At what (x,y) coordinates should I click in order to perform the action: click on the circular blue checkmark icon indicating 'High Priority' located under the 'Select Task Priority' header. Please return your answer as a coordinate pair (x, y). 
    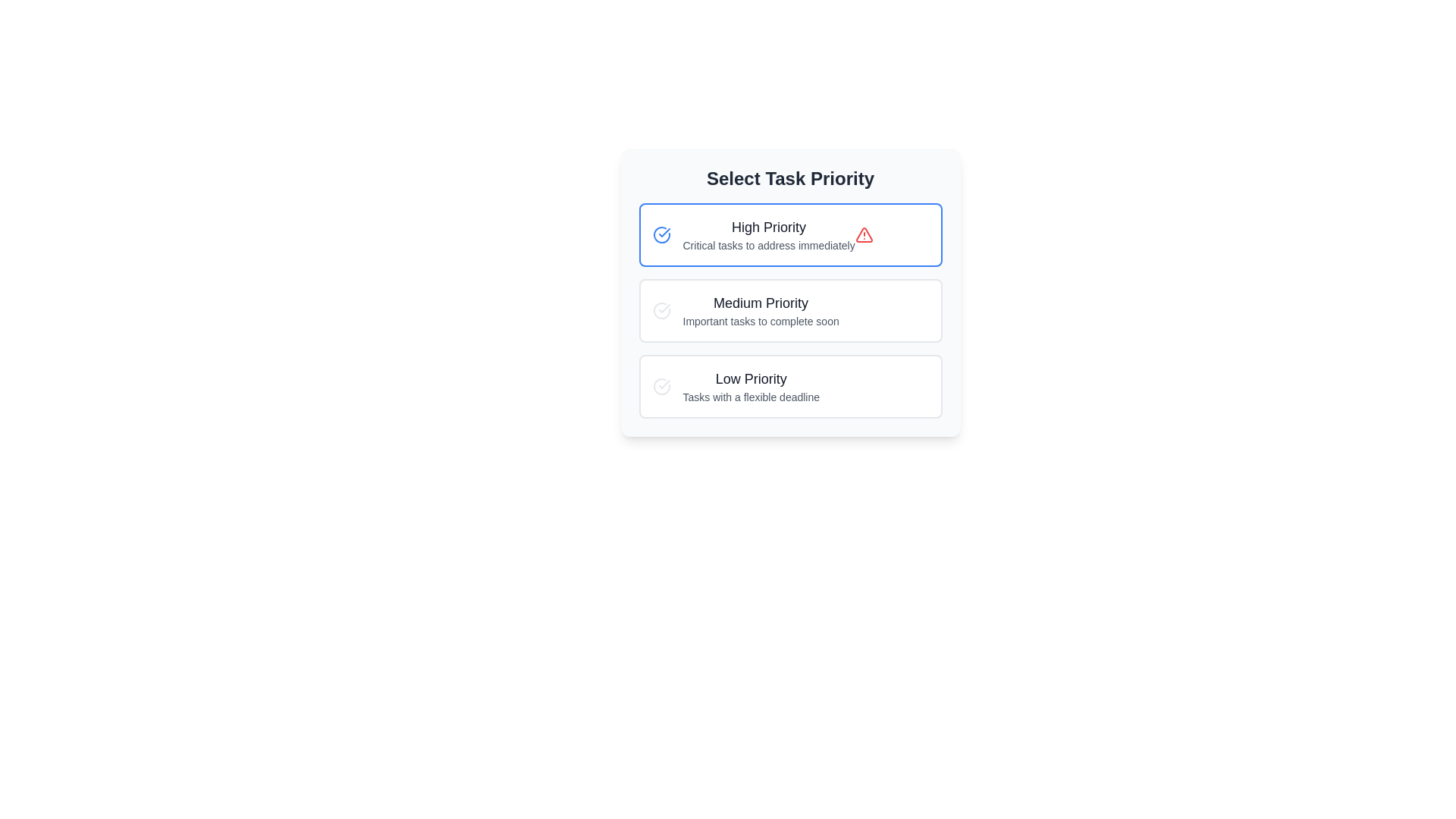
    Looking at the image, I should click on (661, 234).